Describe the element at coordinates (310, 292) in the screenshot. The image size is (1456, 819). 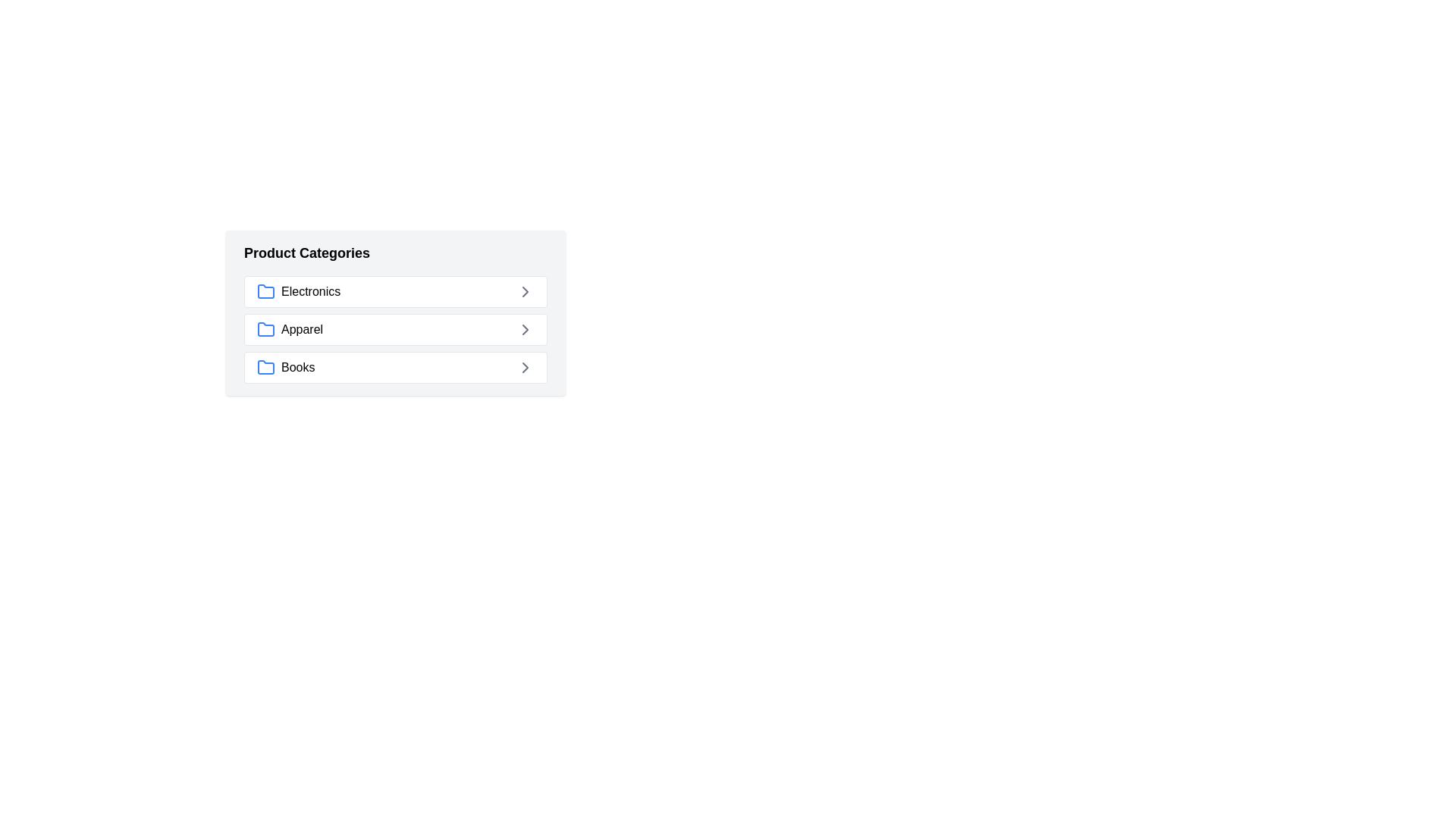
I see `the 'Electronics' text label, which indicates the Electronics category in the product categories list` at that location.